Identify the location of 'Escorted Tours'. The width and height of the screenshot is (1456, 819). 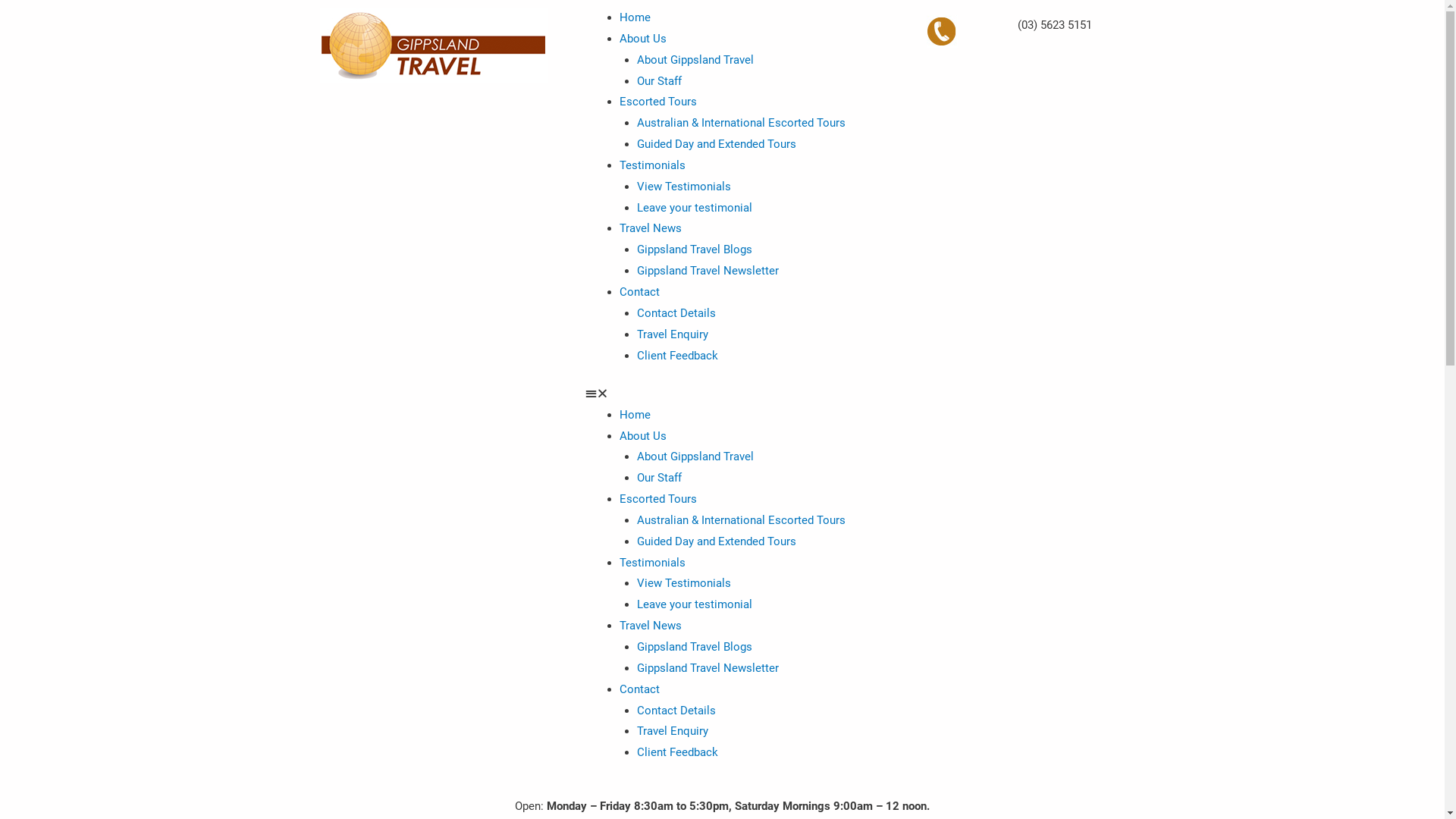
(658, 102).